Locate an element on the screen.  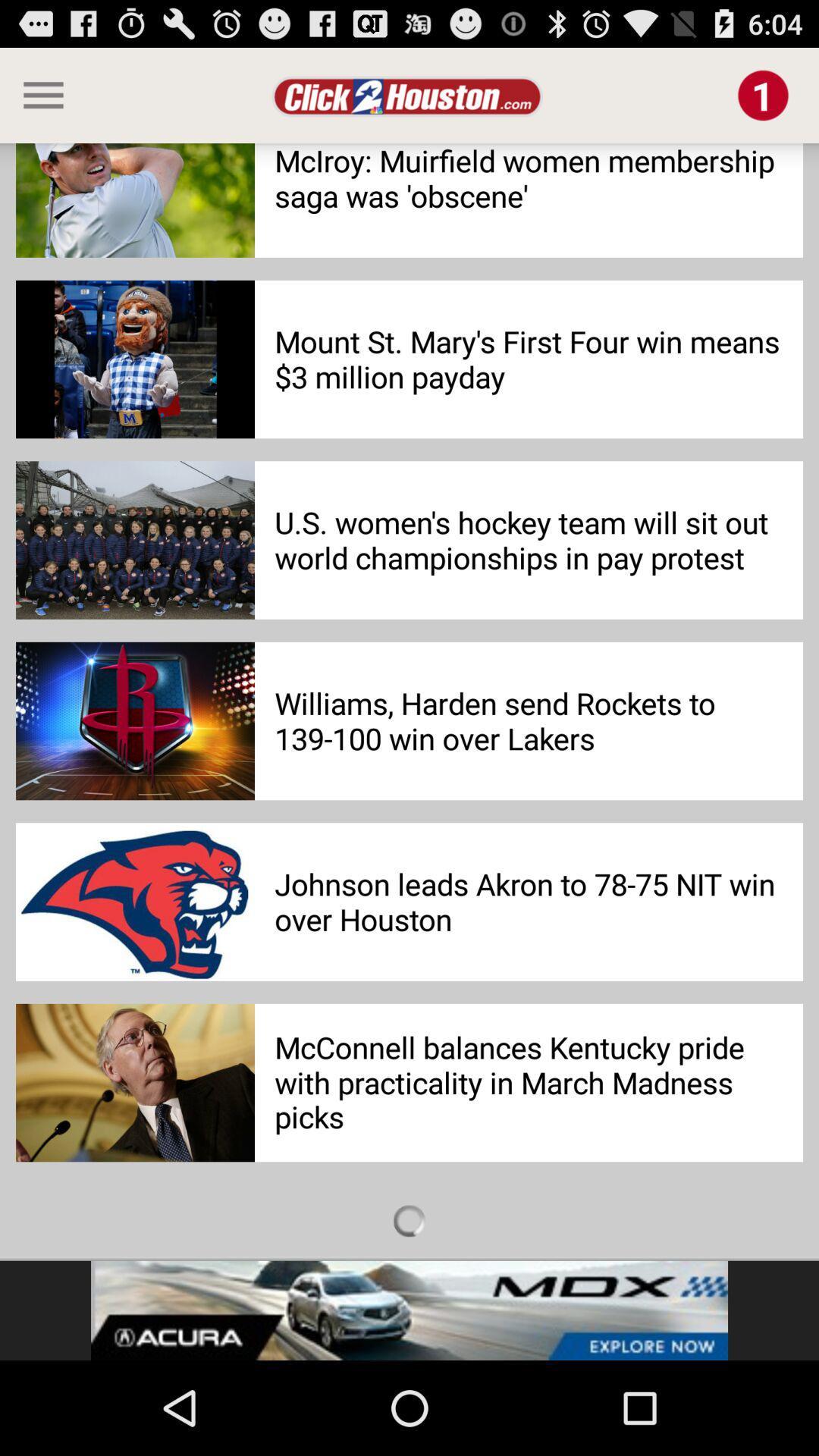
the last second image is located at coordinates (134, 902).